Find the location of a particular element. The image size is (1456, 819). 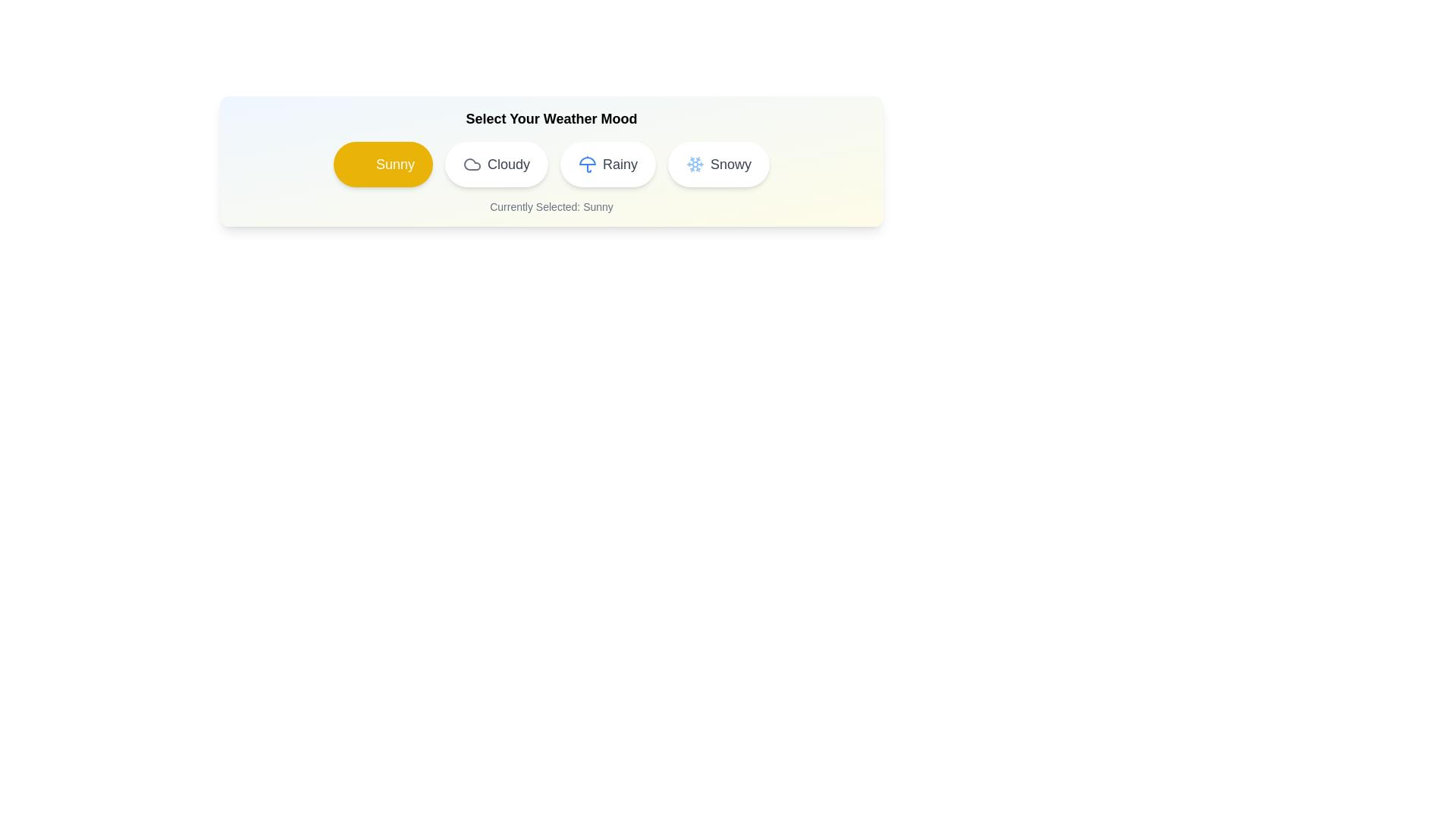

the weather option Snowy by clicking on its chip is located at coordinates (718, 164).